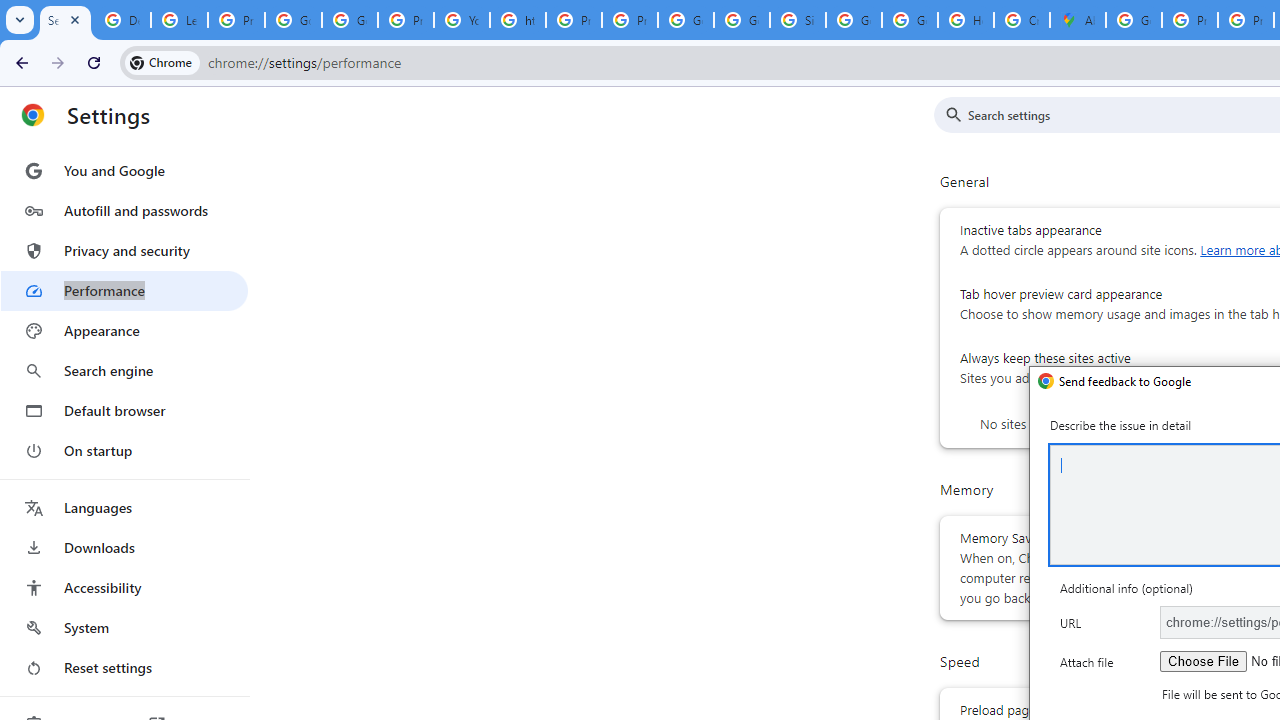  I want to click on 'Appearance', so click(123, 330).